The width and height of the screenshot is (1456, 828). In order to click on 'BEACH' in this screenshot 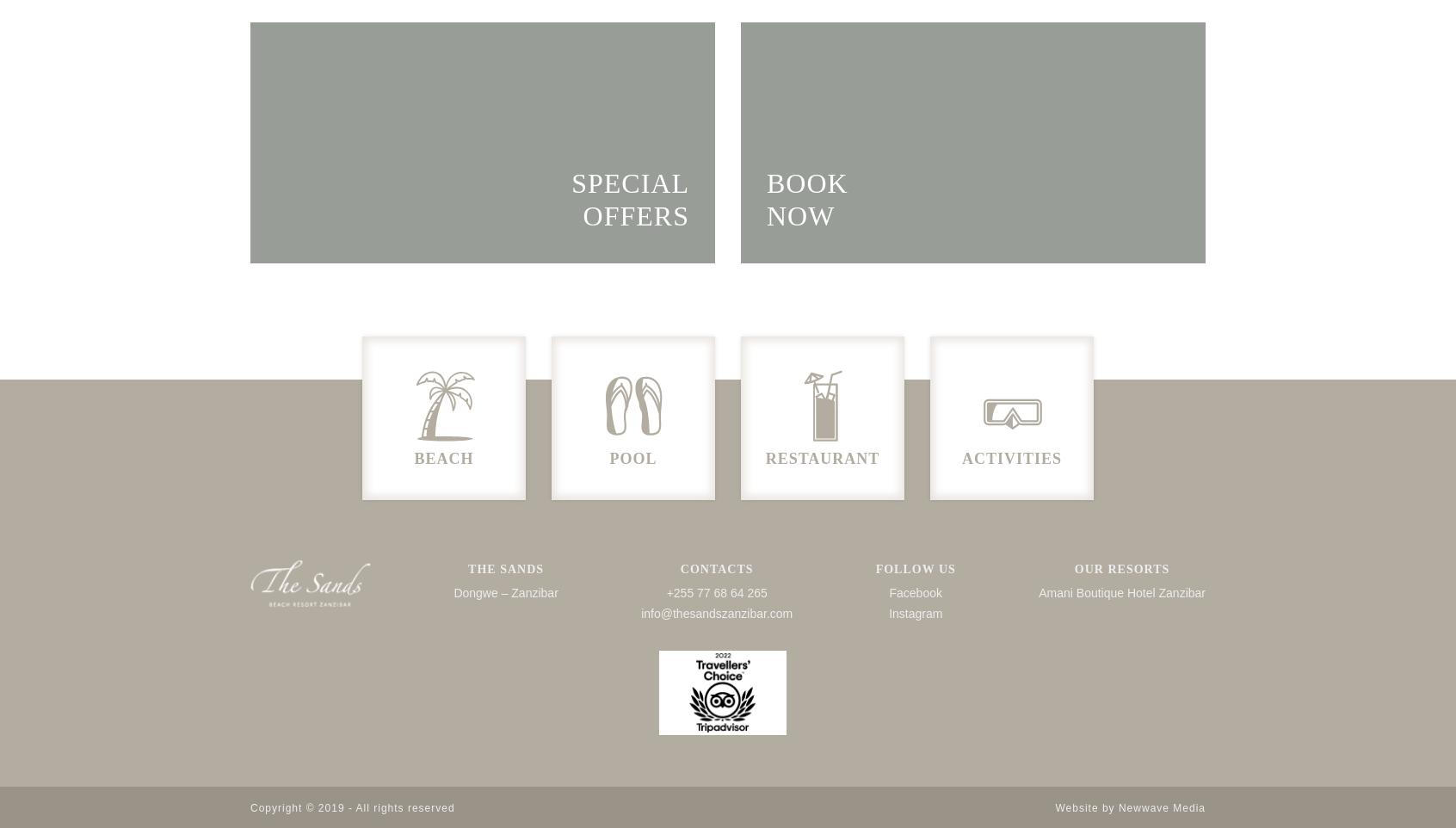, I will do `click(443, 459)`.